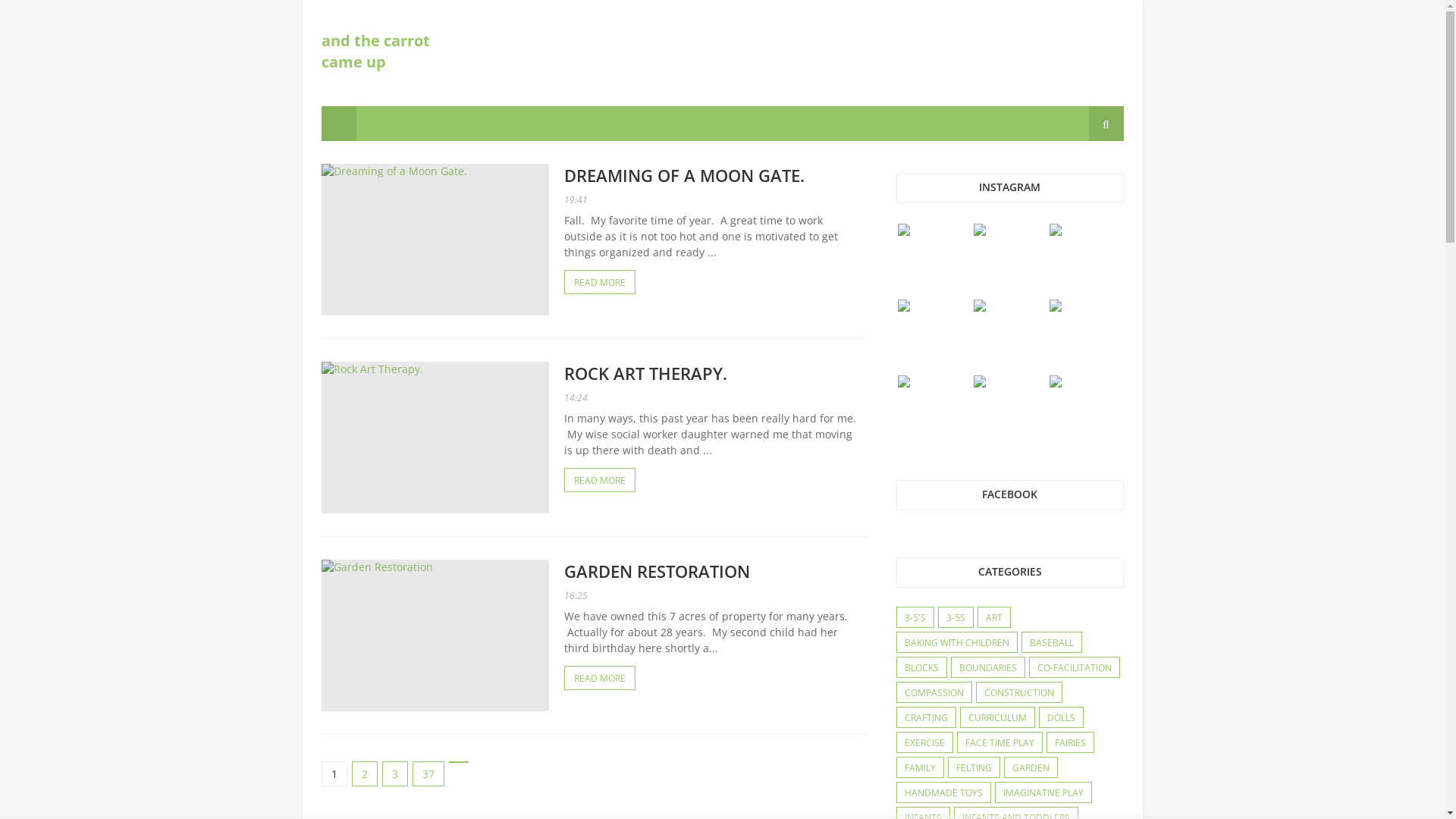 The image size is (1456, 819). What do you see at coordinates (987, 667) in the screenshot?
I see `'BOUNDARIES'` at bounding box center [987, 667].